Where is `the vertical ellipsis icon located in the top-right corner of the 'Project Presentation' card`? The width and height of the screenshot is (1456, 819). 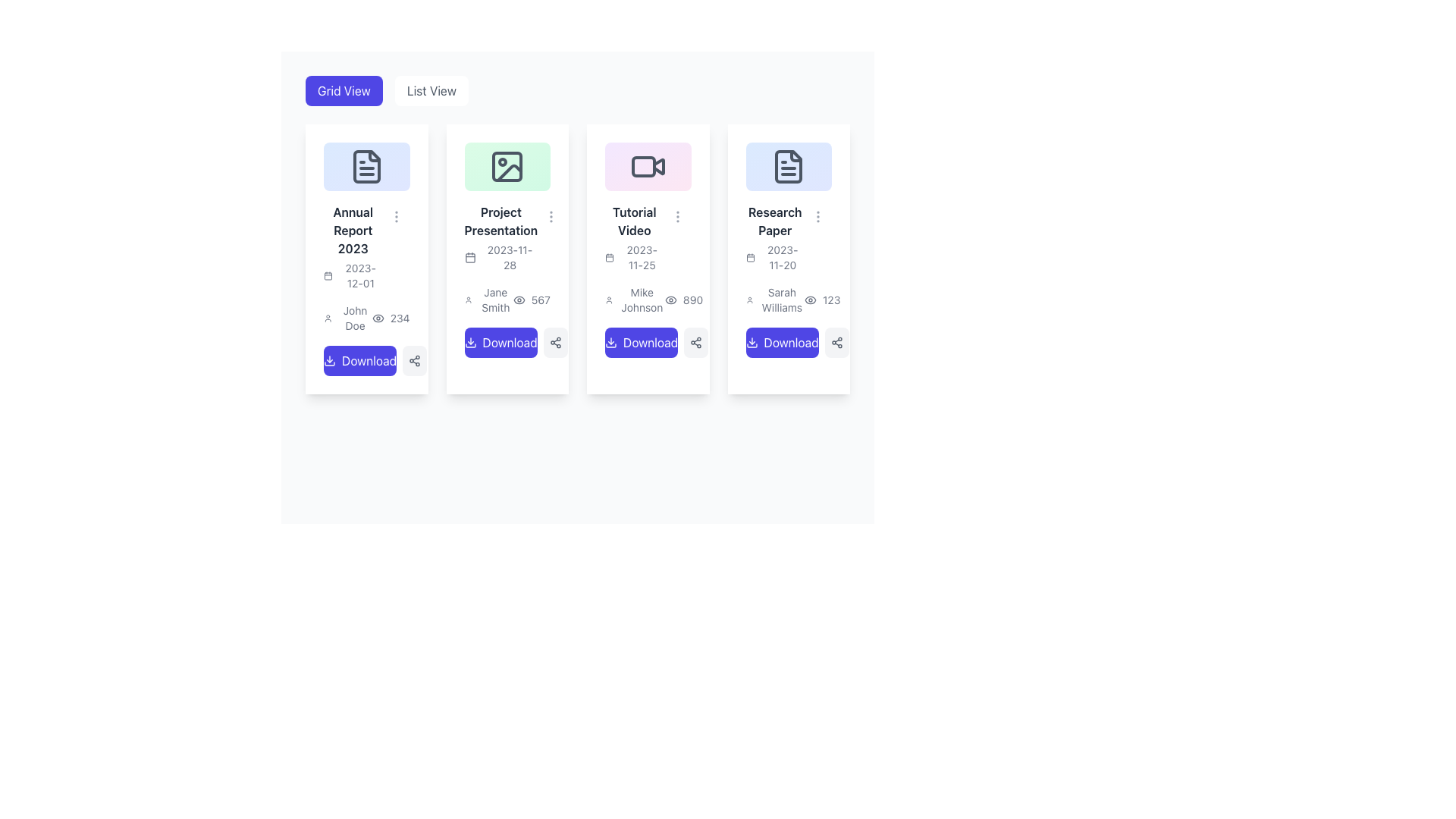
the vertical ellipsis icon located in the top-right corner of the 'Project Presentation' card is located at coordinates (551, 216).